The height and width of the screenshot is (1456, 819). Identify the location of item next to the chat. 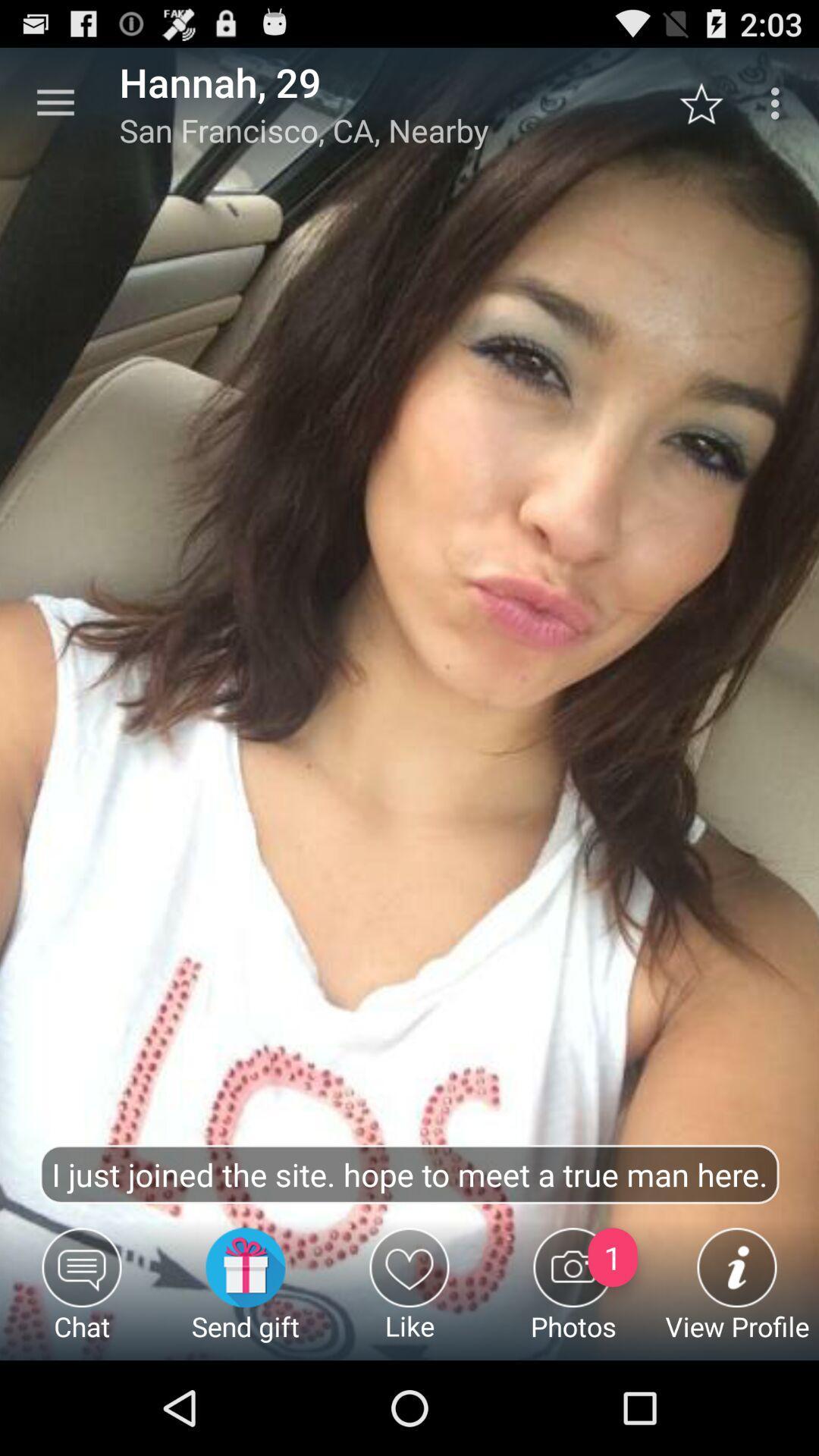
(245, 1293).